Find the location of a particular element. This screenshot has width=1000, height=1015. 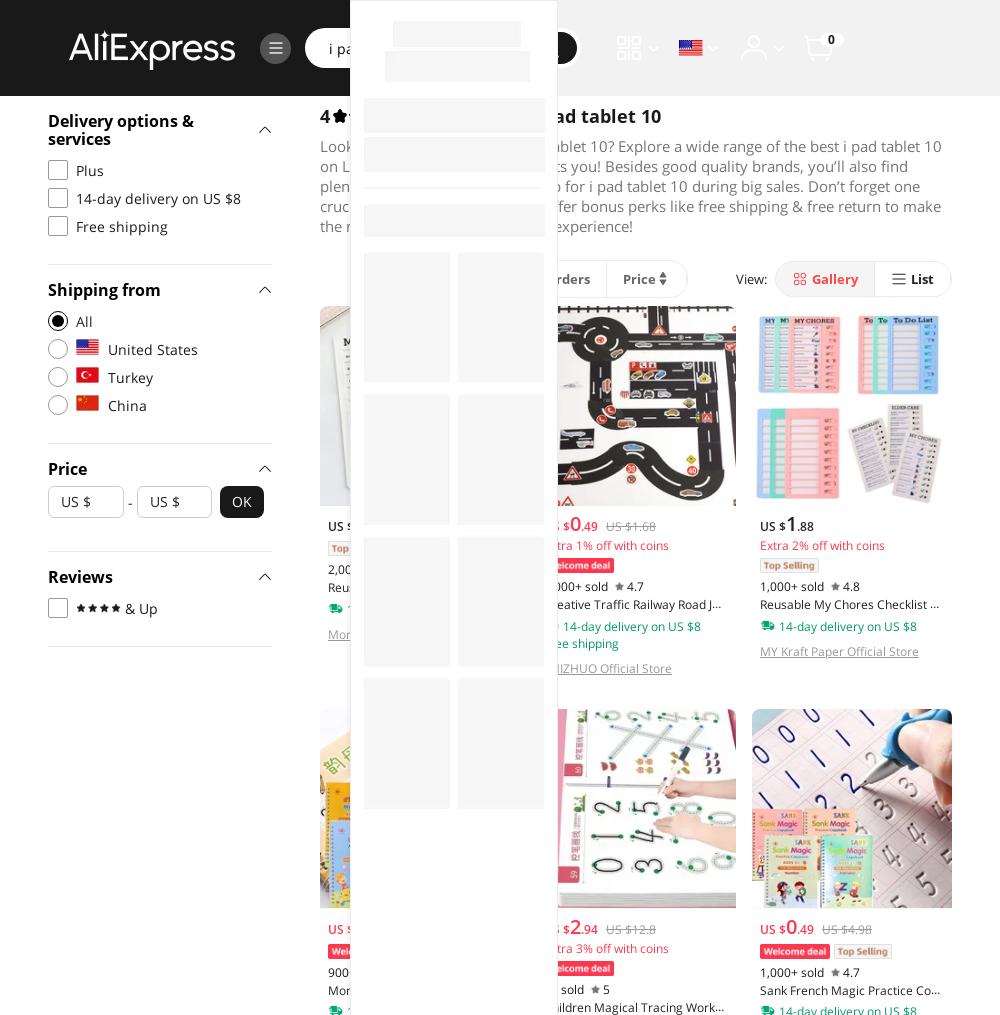

'Sort by' is located at coordinates (367, 279).